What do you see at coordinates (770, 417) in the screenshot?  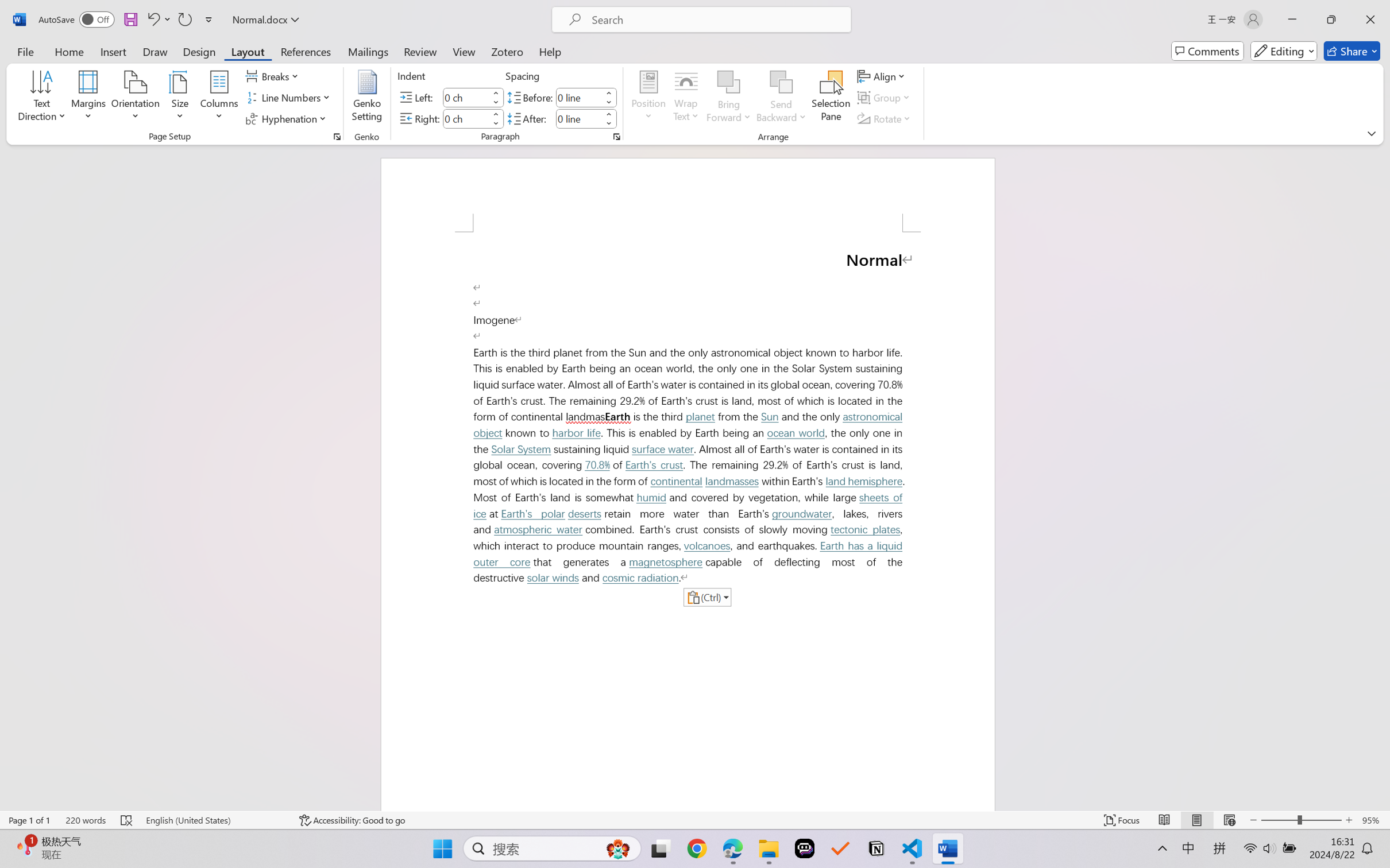 I see `'Sun'` at bounding box center [770, 417].